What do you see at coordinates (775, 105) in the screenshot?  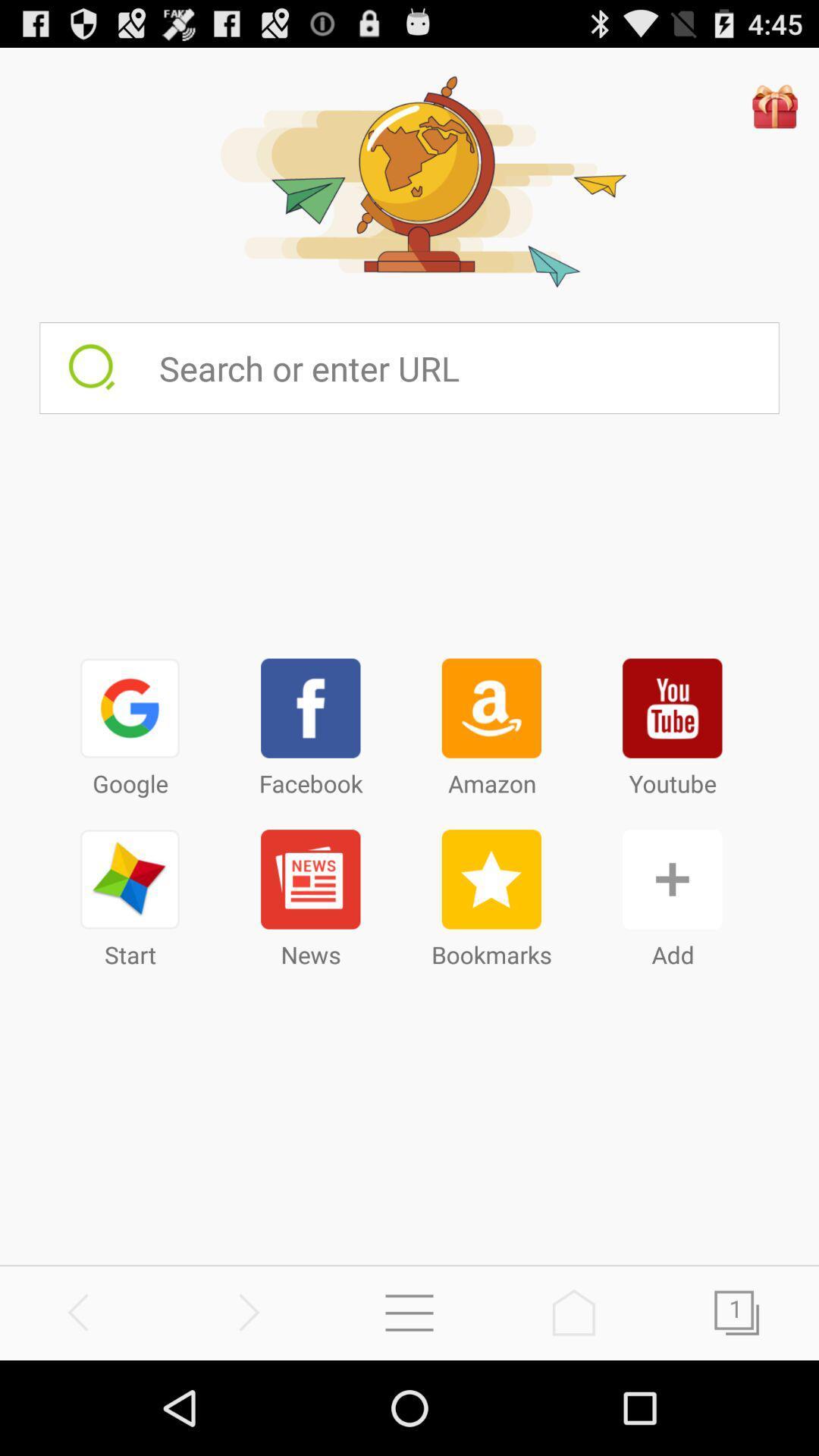 I see `gift hambor` at bounding box center [775, 105].